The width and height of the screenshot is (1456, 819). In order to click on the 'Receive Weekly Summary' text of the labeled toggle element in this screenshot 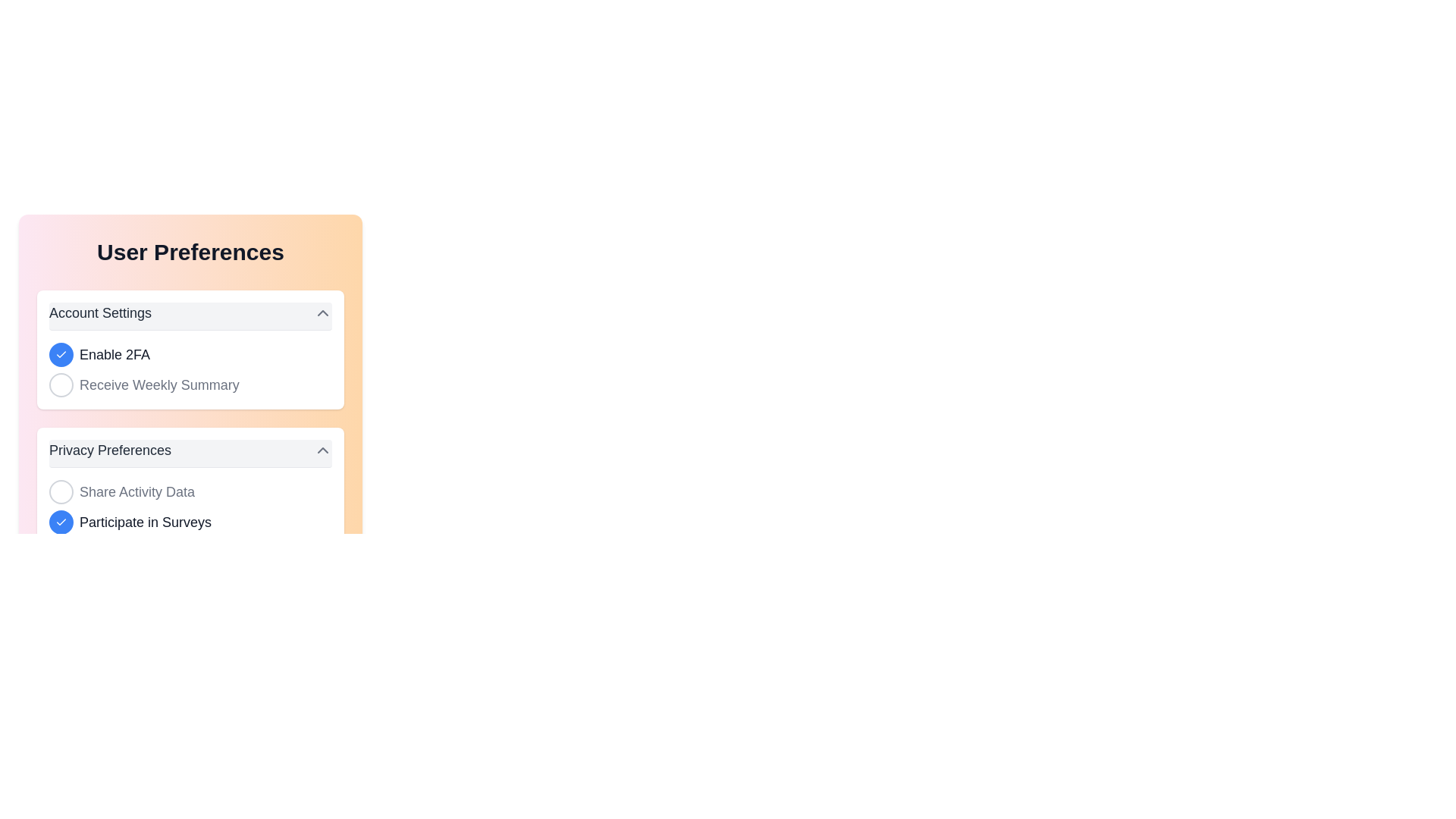, I will do `click(190, 384)`.